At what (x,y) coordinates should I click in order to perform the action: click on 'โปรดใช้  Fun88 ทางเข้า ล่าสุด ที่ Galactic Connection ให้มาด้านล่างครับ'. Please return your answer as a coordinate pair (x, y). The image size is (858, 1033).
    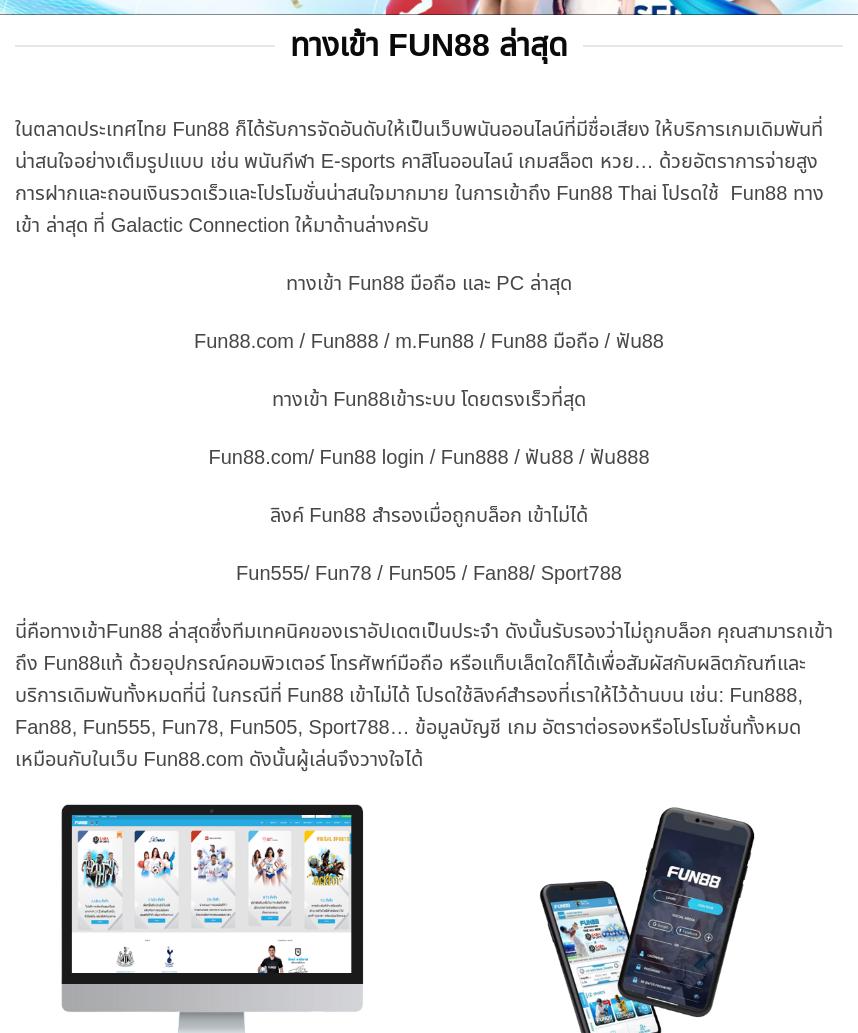
    Looking at the image, I should click on (417, 207).